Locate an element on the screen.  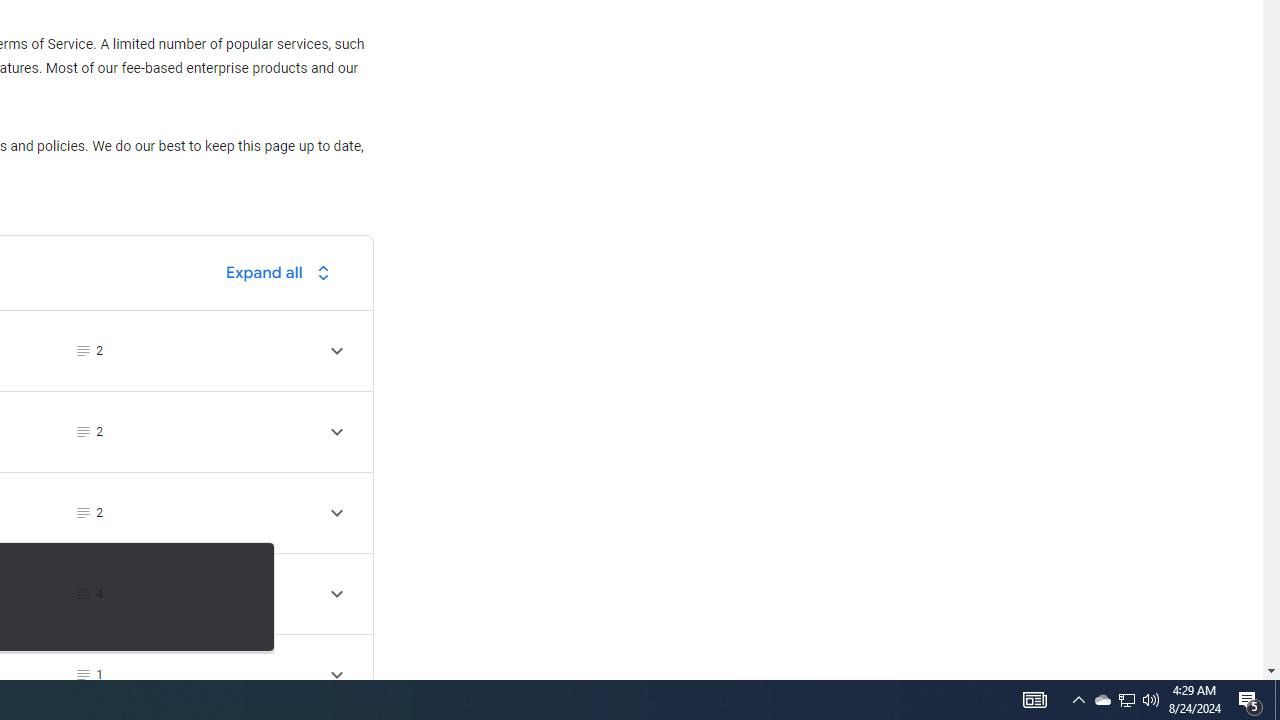
'Expand all' is located at coordinates (282, 272).